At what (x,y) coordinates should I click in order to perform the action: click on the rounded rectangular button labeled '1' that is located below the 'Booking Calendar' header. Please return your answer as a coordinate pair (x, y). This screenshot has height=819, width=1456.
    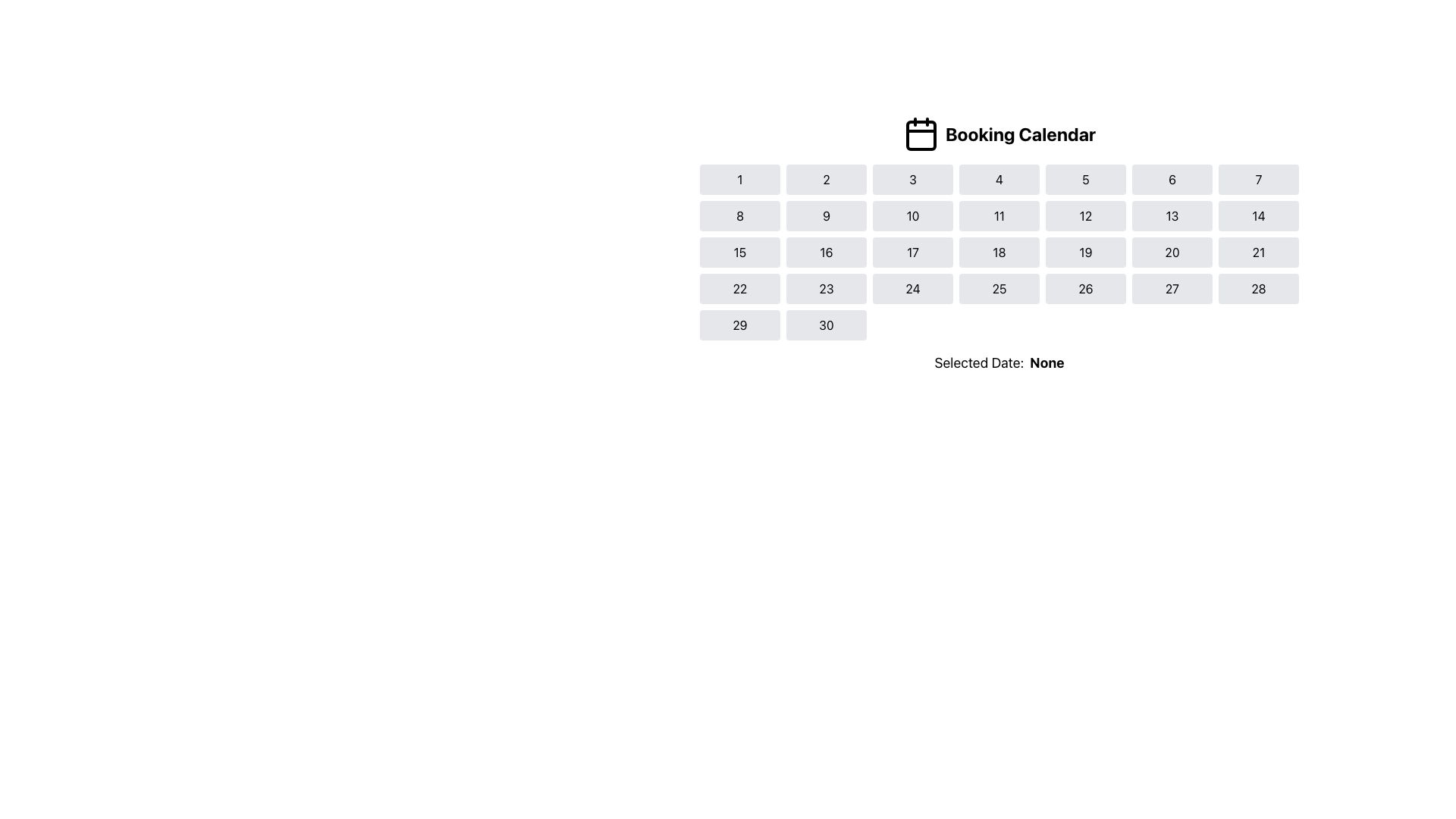
    Looking at the image, I should click on (739, 178).